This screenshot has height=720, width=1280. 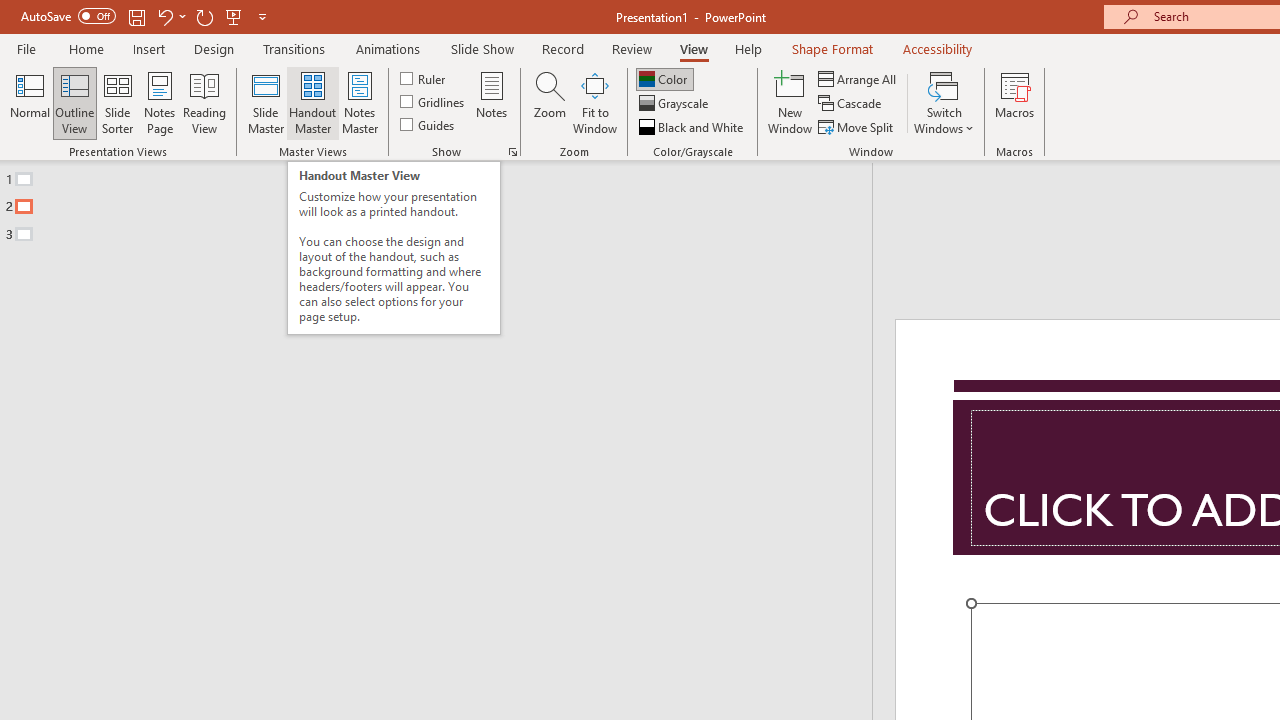 I want to click on 'Outline View', so click(x=74, y=103).